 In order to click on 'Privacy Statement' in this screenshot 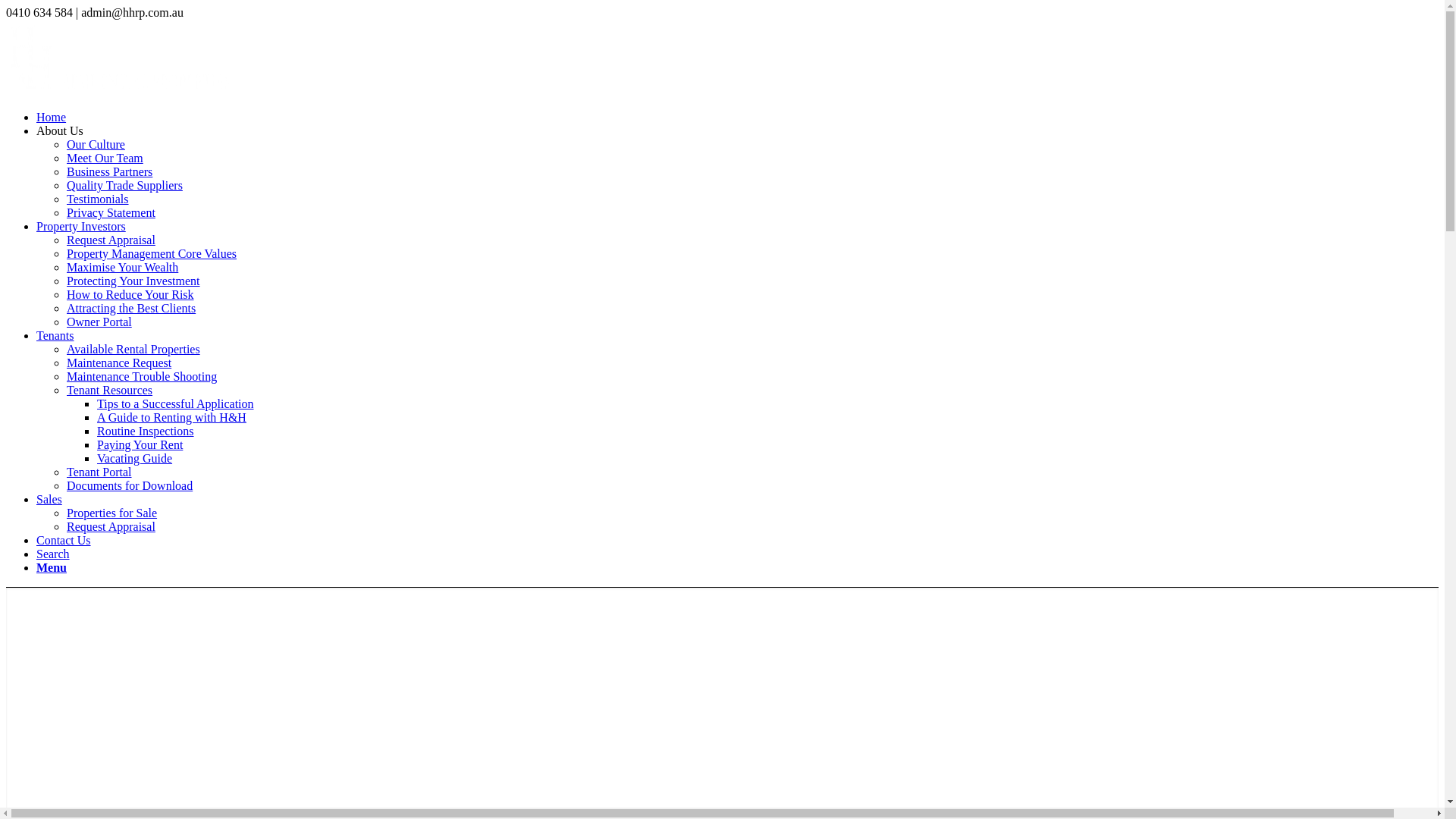, I will do `click(110, 212)`.